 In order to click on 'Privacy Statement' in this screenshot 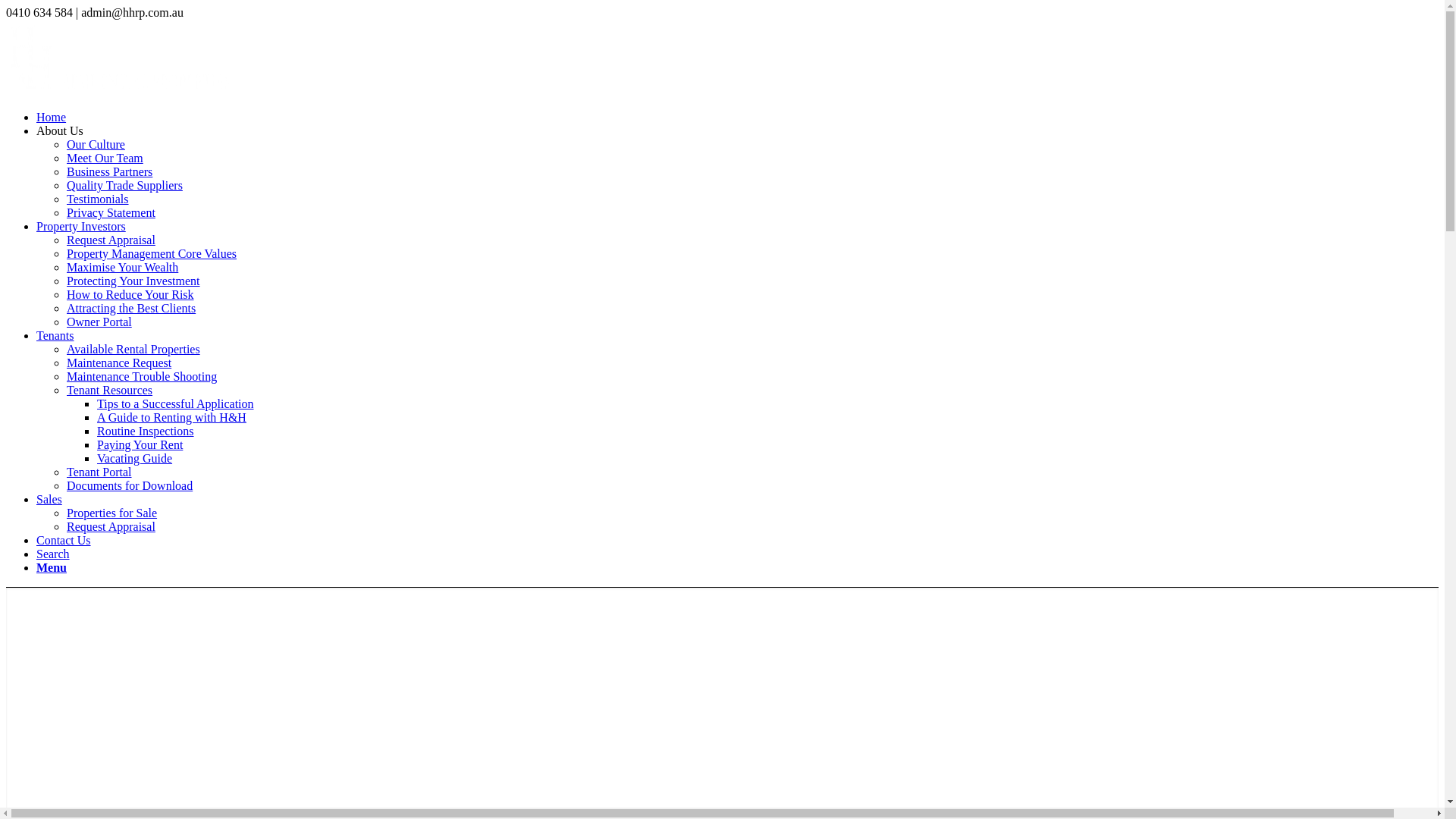, I will do `click(110, 212)`.